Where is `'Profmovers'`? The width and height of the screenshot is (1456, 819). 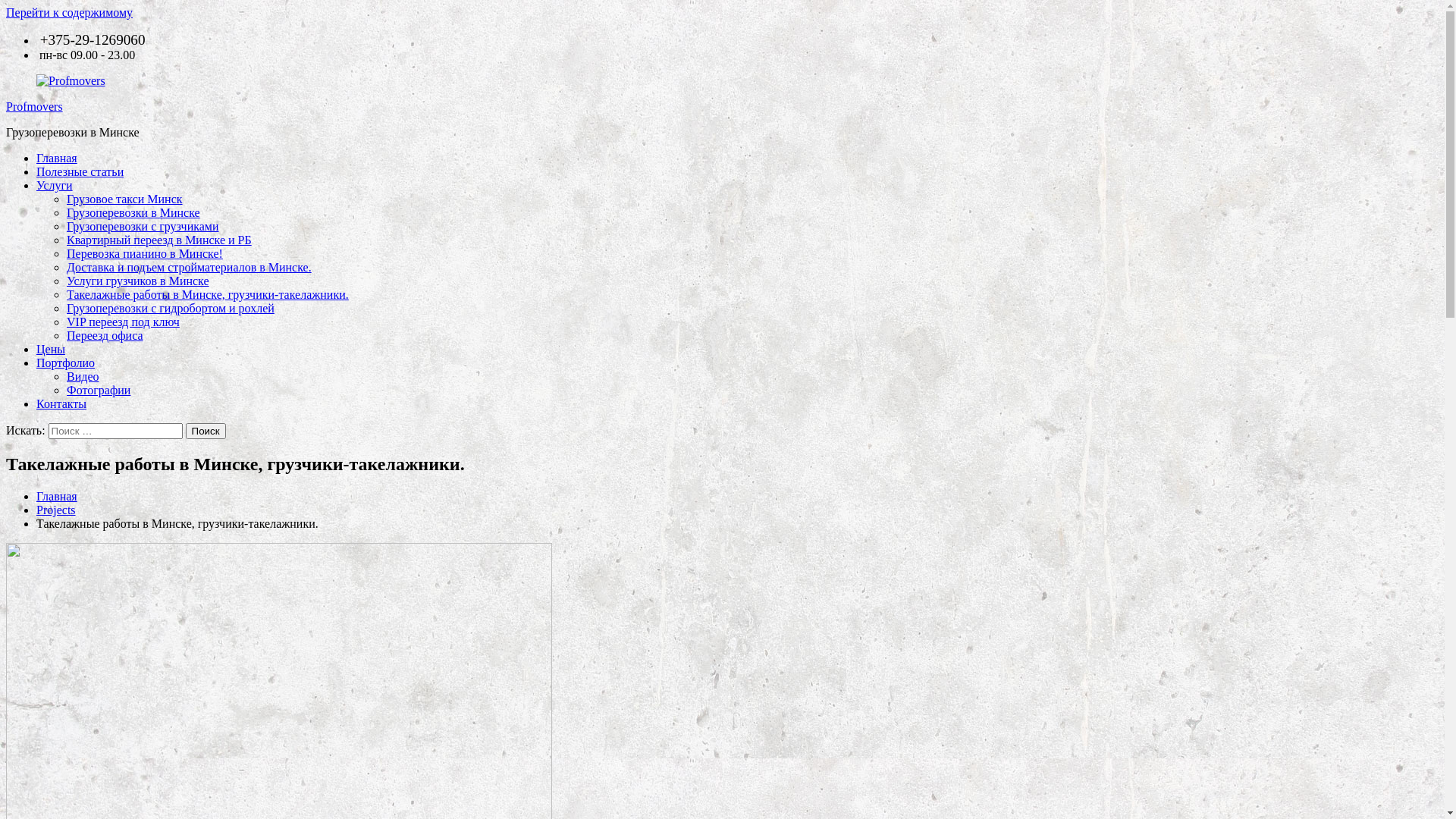
'Profmovers' is located at coordinates (34, 105).